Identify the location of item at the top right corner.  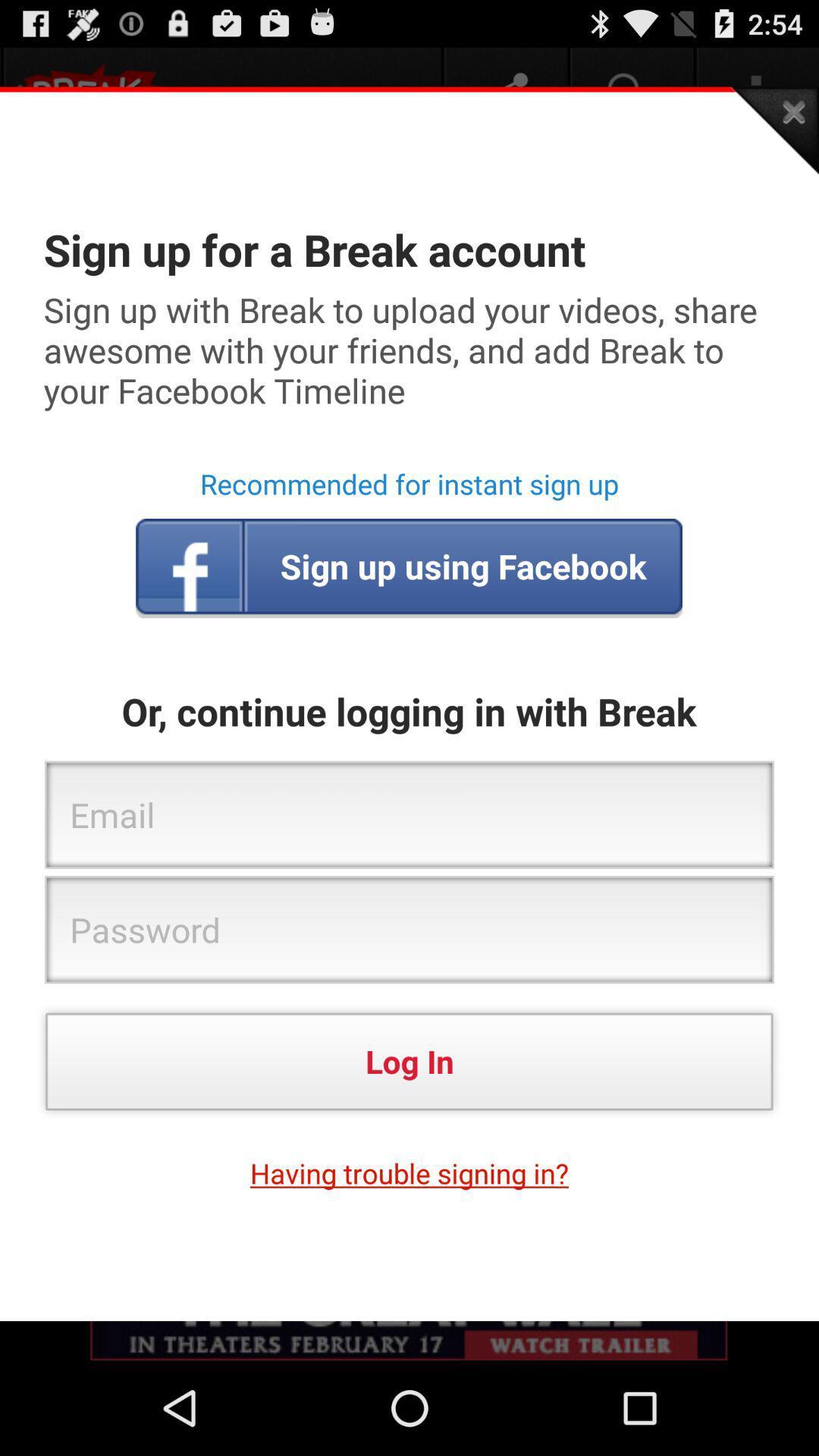
(773, 130).